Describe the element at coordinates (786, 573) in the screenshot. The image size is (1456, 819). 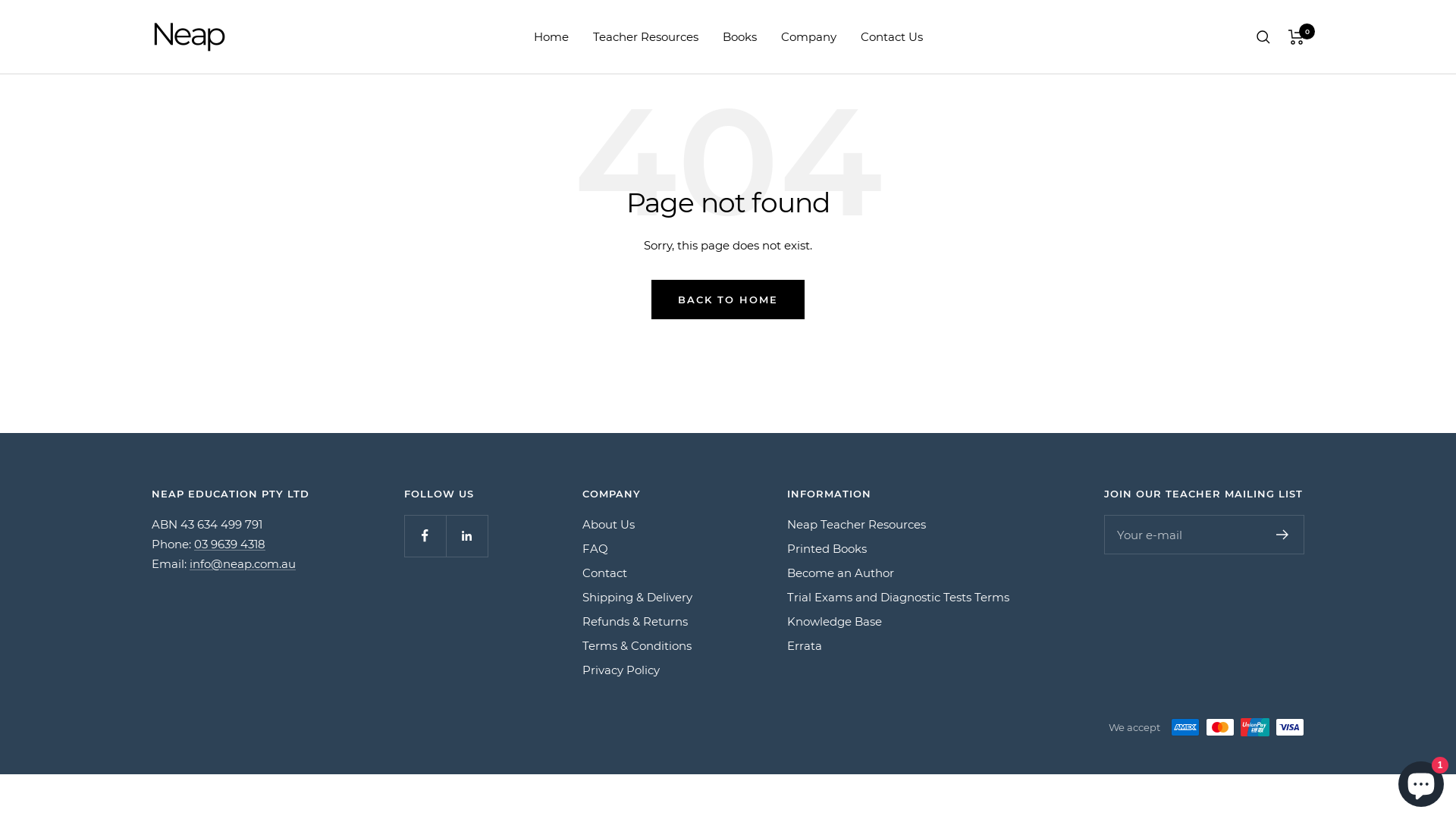
I see `'Become an Author'` at that location.